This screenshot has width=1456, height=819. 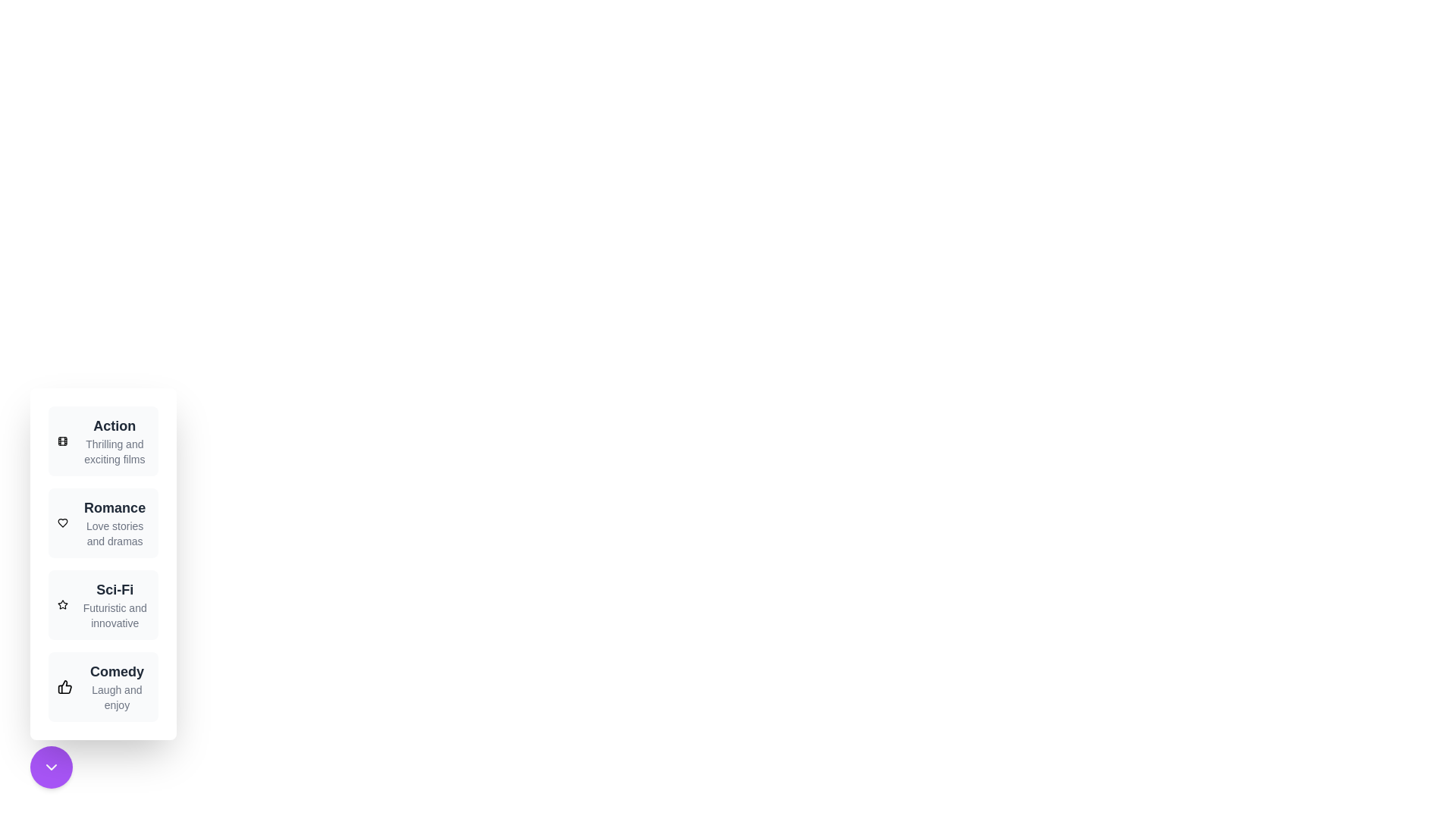 What do you see at coordinates (102, 441) in the screenshot?
I see `the genre Action to view its details` at bounding box center [102, 441].